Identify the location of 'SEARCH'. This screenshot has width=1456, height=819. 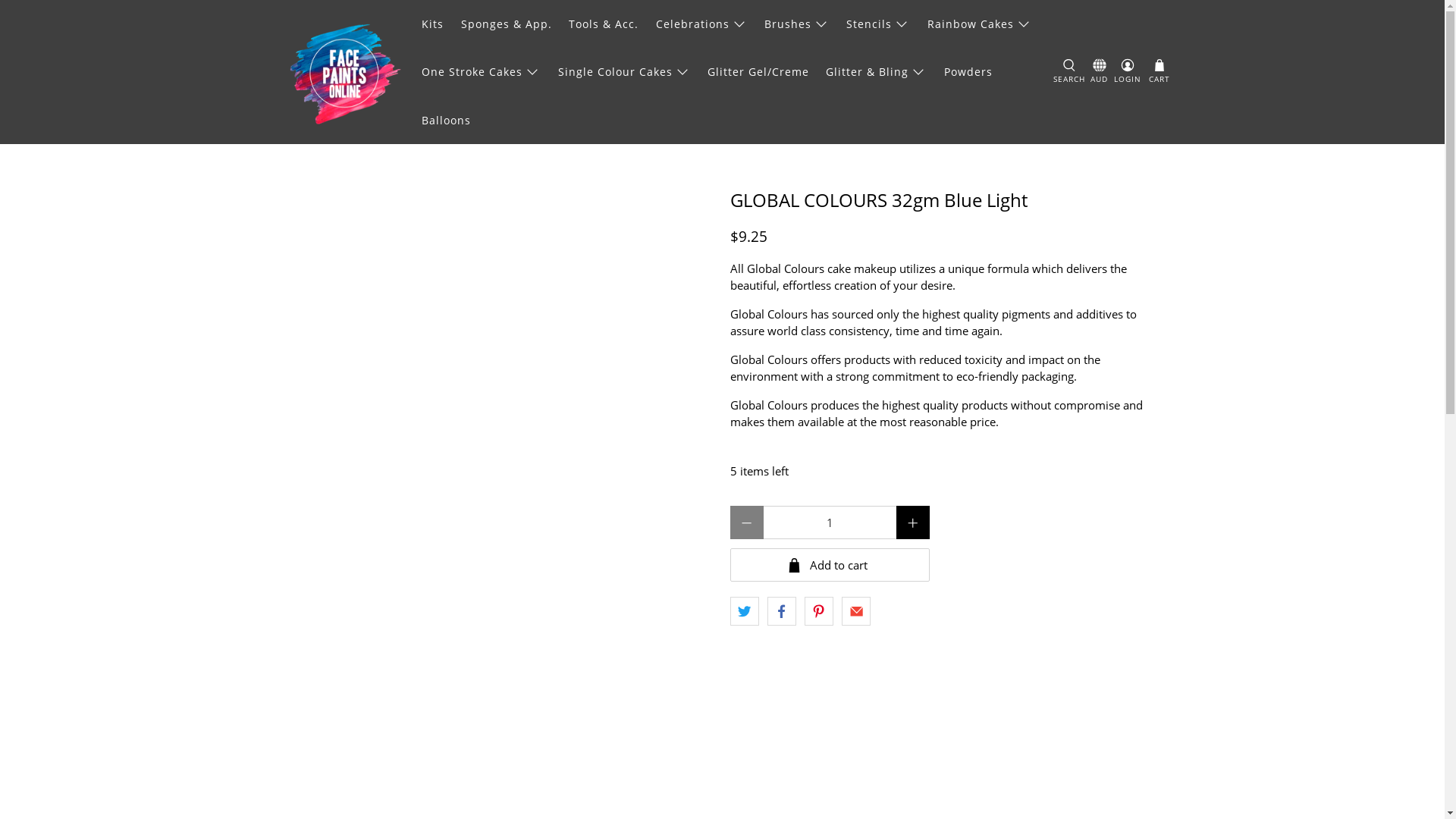
(1068, 72).